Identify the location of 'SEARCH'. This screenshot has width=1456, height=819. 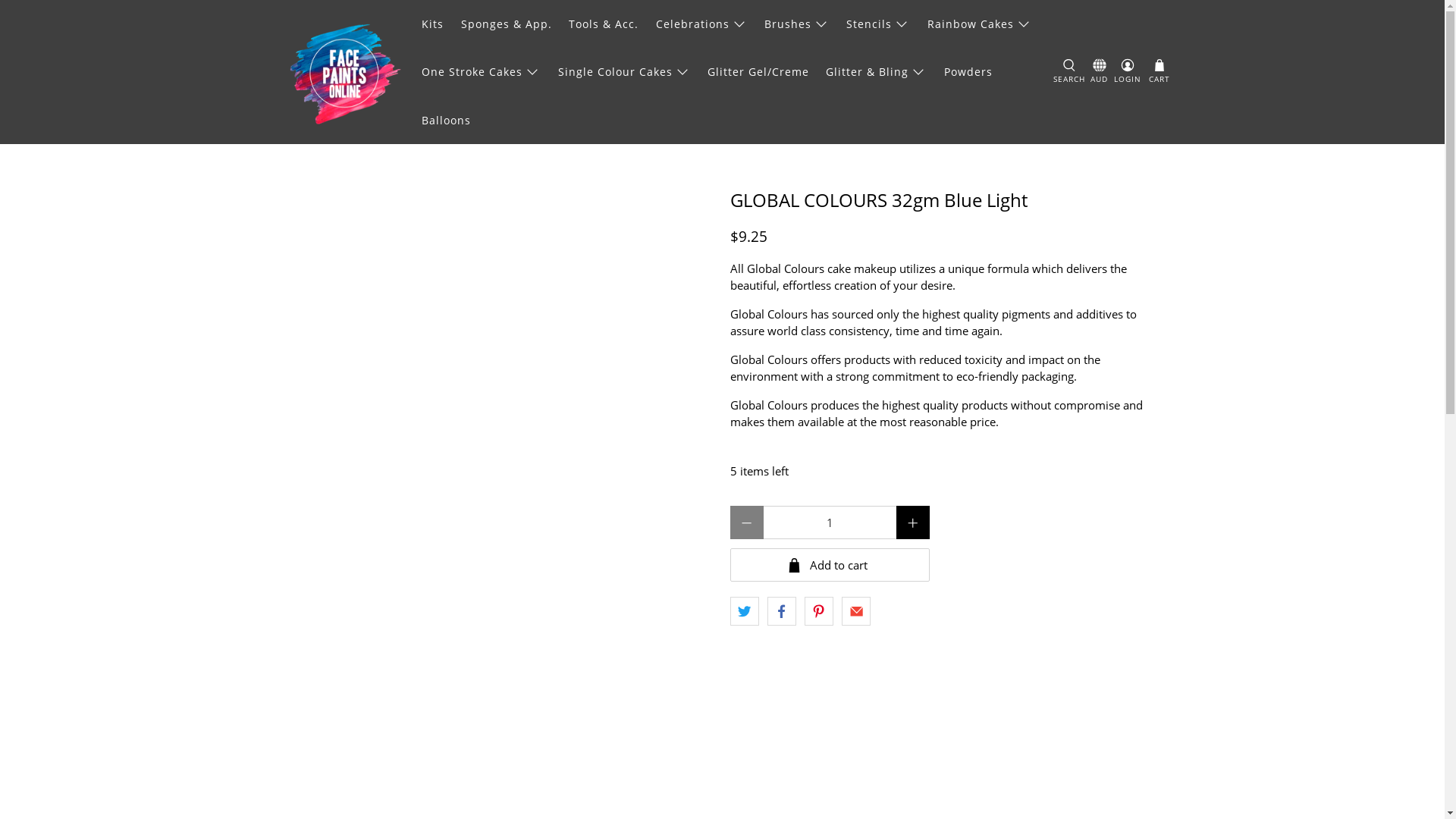
(1068, 72).